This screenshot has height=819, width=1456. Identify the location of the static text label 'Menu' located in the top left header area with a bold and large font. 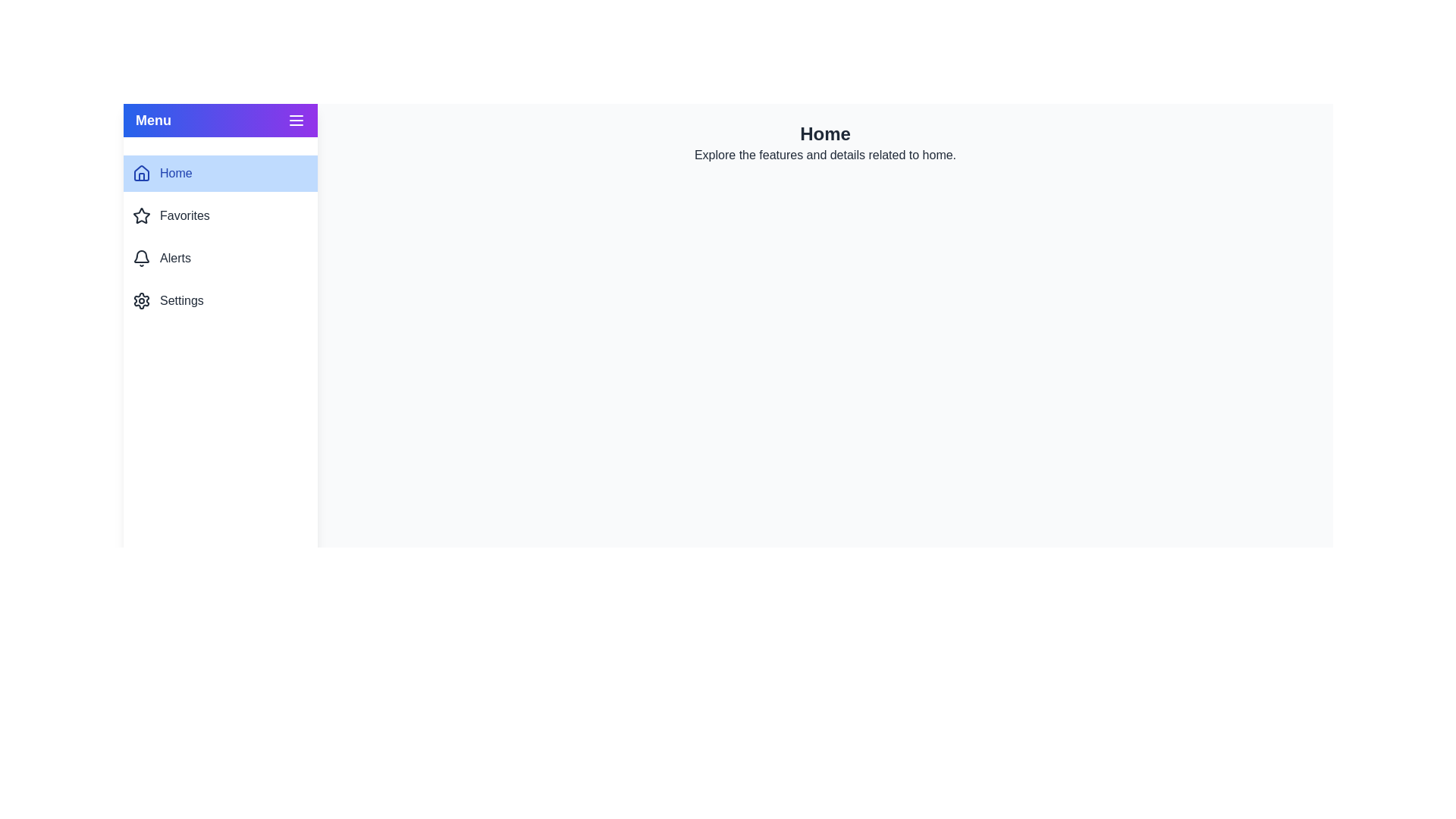
(153, 119).